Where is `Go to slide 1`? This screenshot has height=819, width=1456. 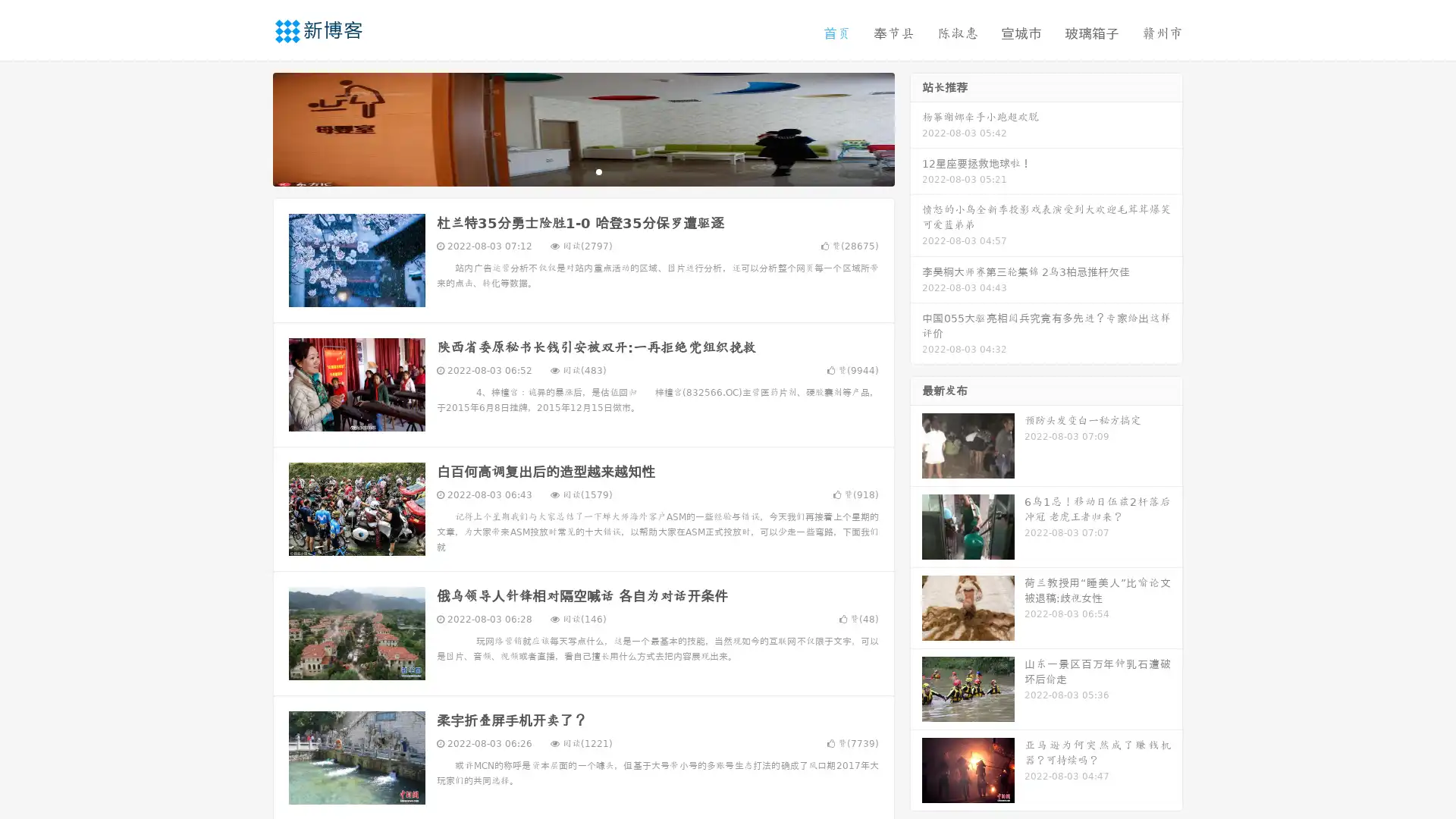 Go to slide 1 is located at coordinates (567, 171).